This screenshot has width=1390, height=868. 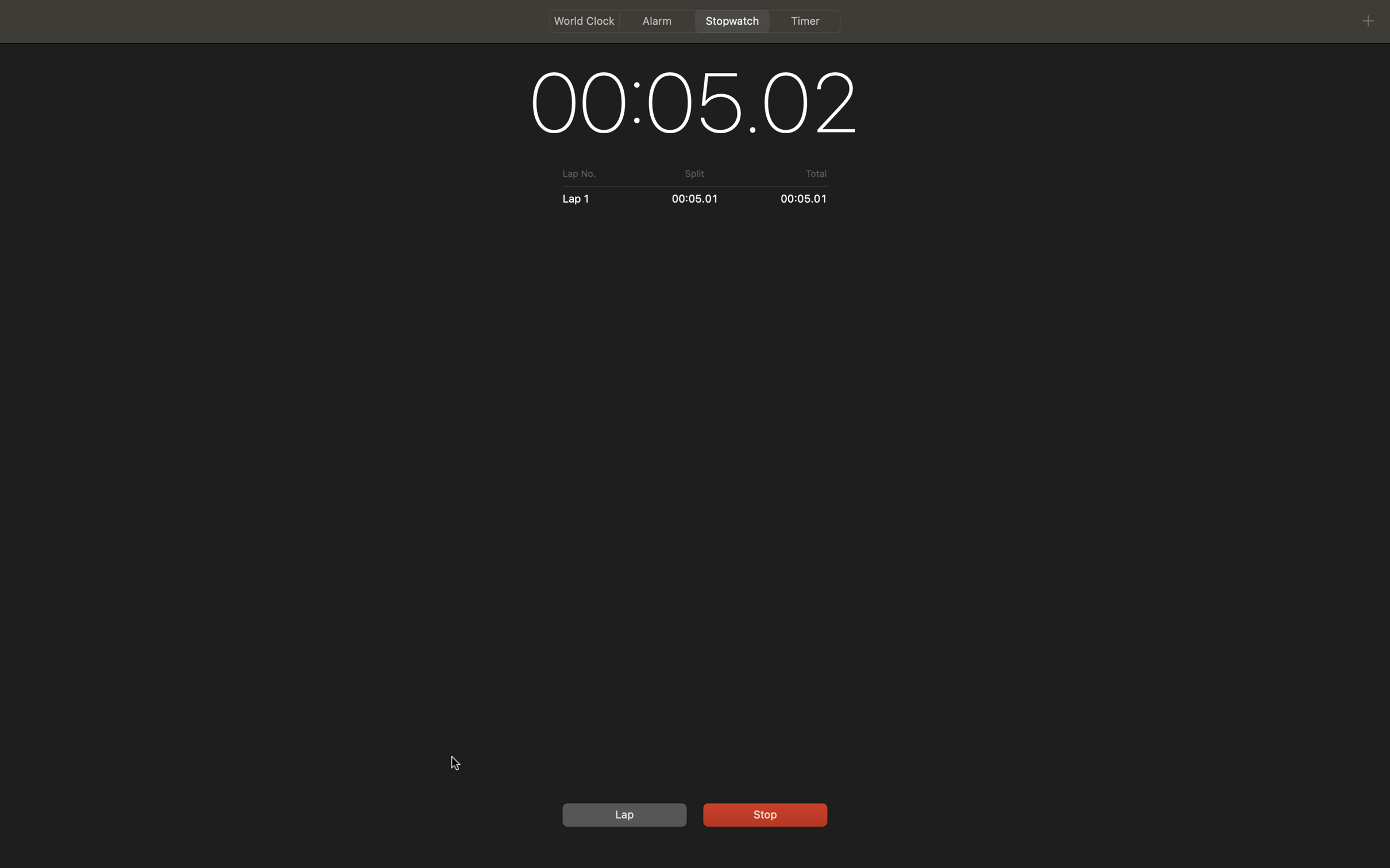 What do you see at coordinates (763, 813) in the screenshot?
I see `Continue the timing on the stopwatch and then set a lap` at bounding box center [763, 813].